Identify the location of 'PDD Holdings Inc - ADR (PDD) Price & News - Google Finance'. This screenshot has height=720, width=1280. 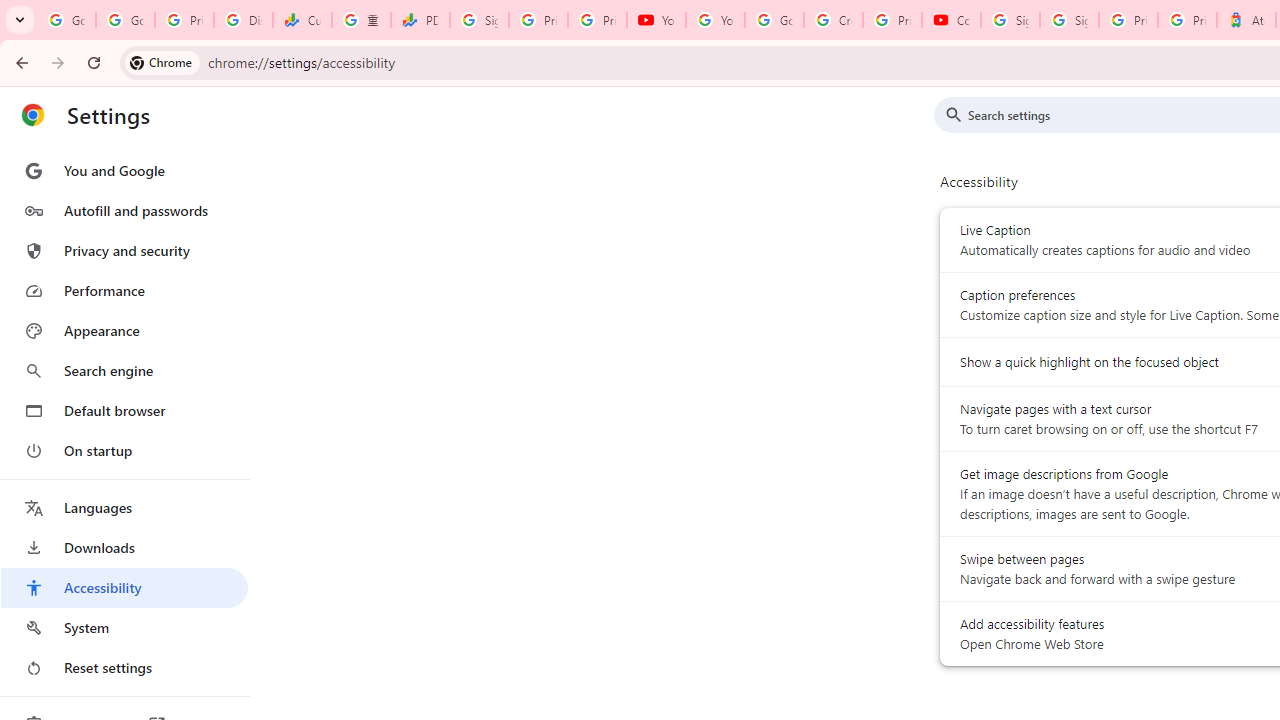
(419, 20).